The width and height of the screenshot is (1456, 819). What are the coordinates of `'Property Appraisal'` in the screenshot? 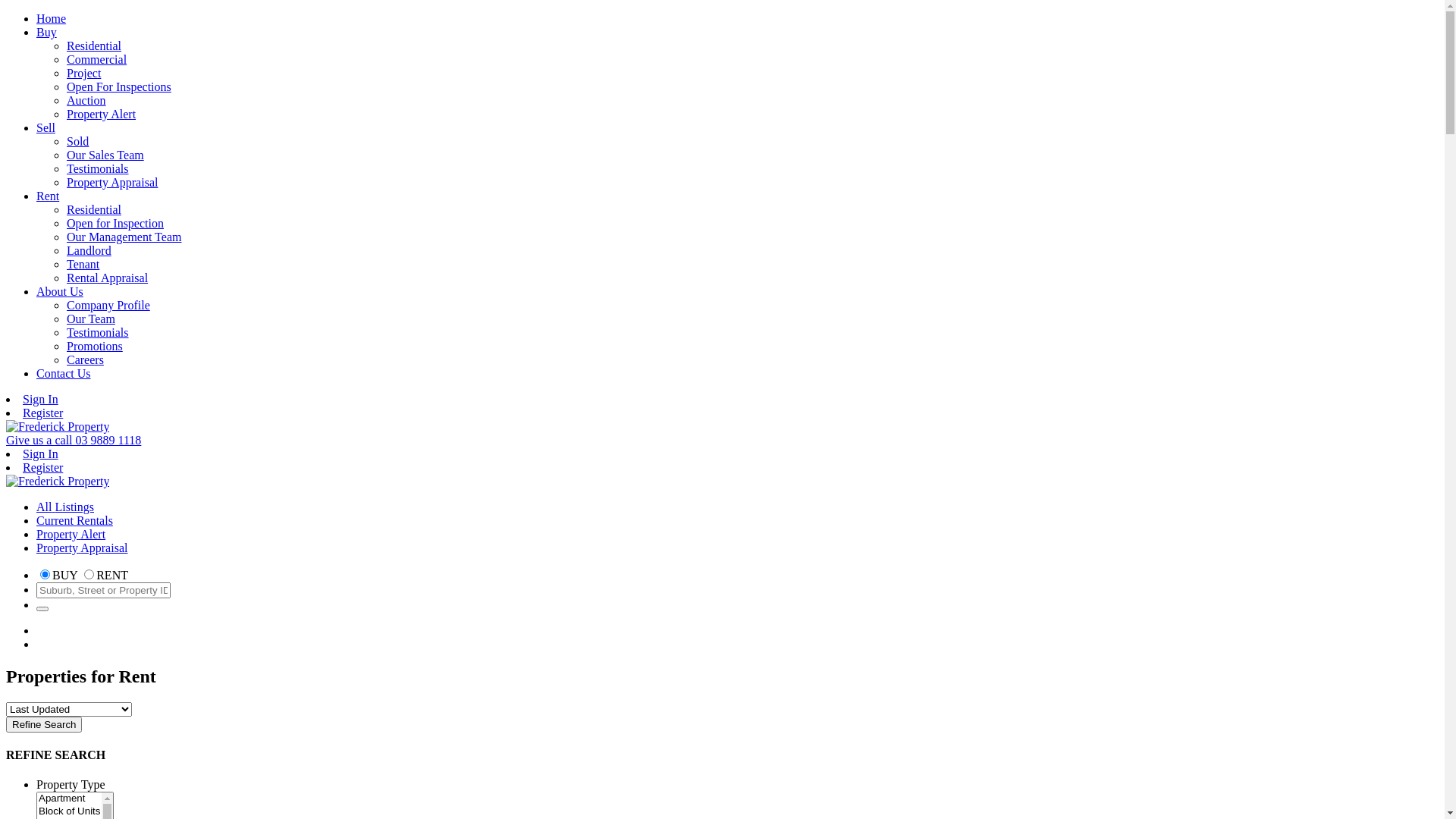 It's located at (111, 181).